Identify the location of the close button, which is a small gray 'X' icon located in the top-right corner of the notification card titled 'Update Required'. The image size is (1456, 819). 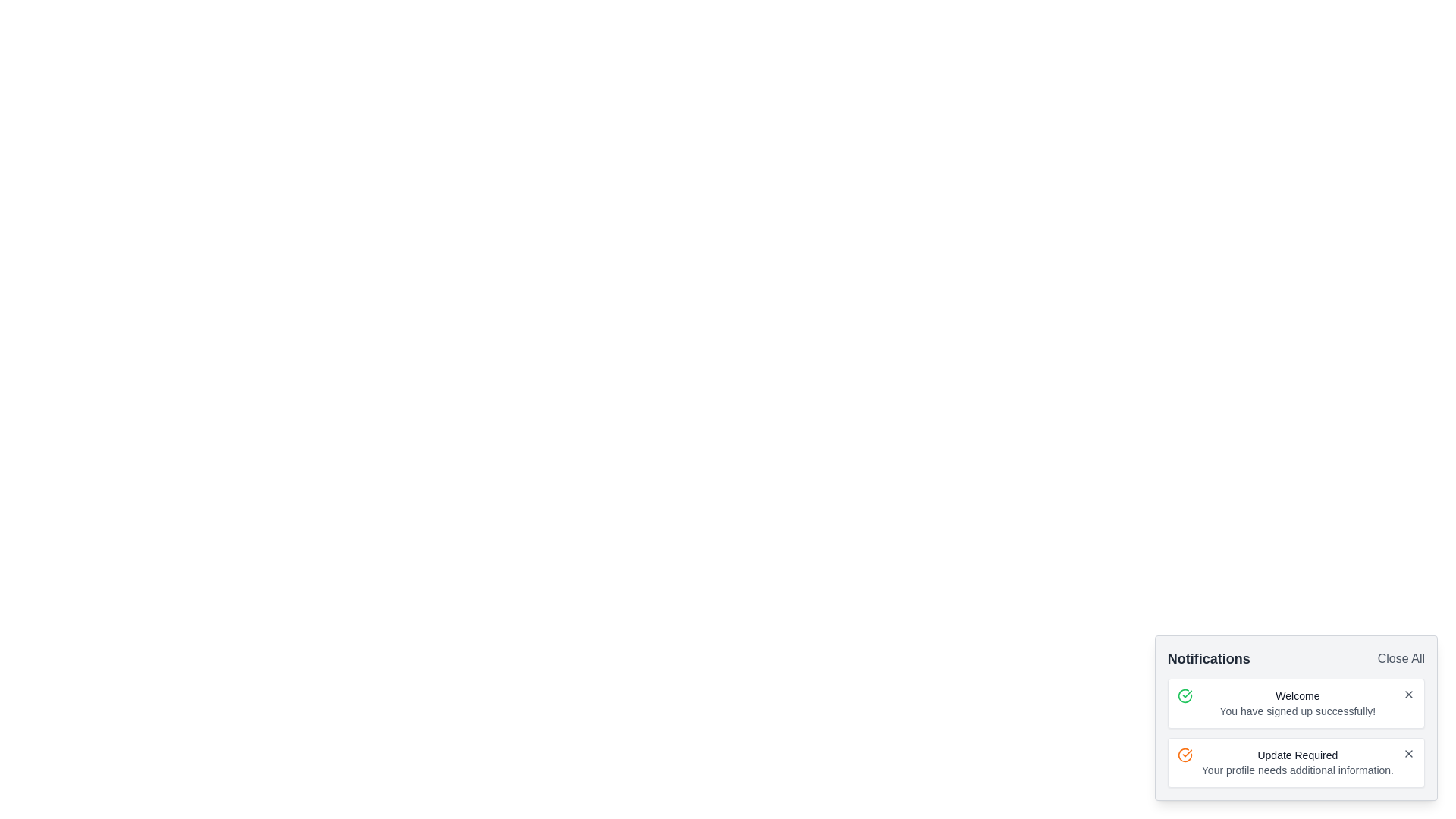
(1407, 754).